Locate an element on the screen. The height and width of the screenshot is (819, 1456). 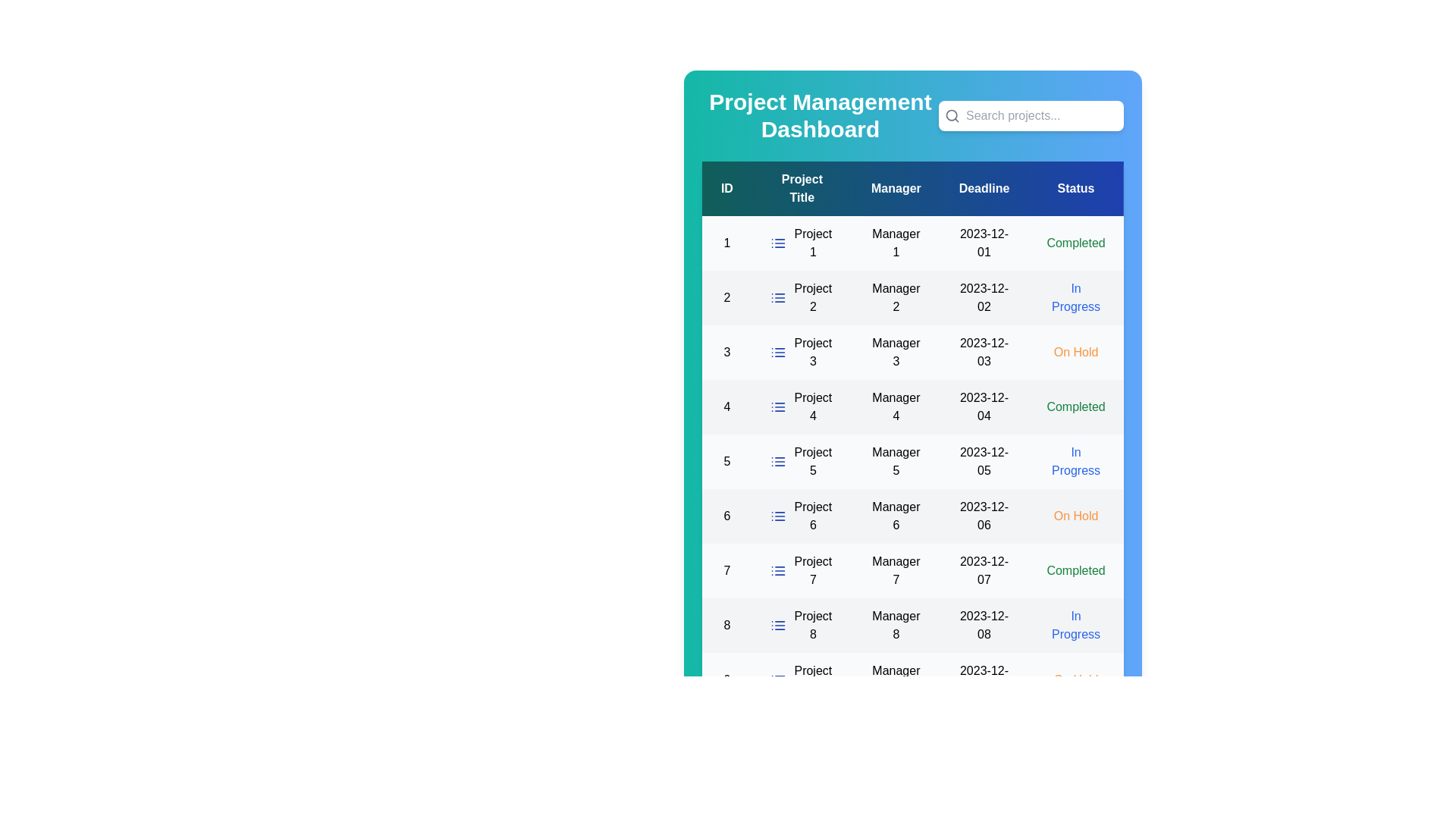
the column header Project Title to sort the table by that column is located at coordinates (801, 188).